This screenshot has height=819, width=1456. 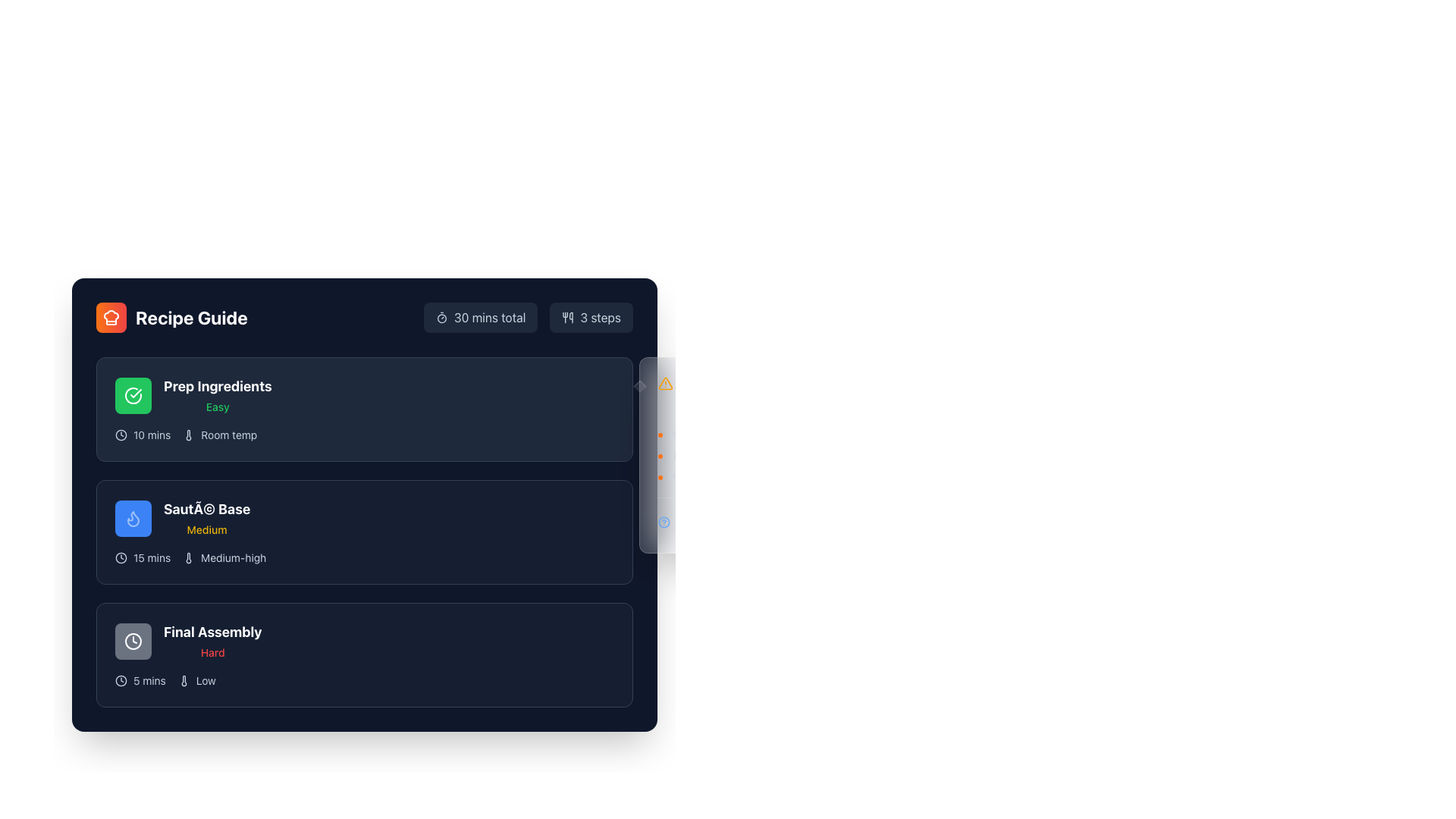 I want to click on the SVG graphic icon representing the 'Final Assembly' step in the recipe guide for interaction, so click(x=133, y=641).